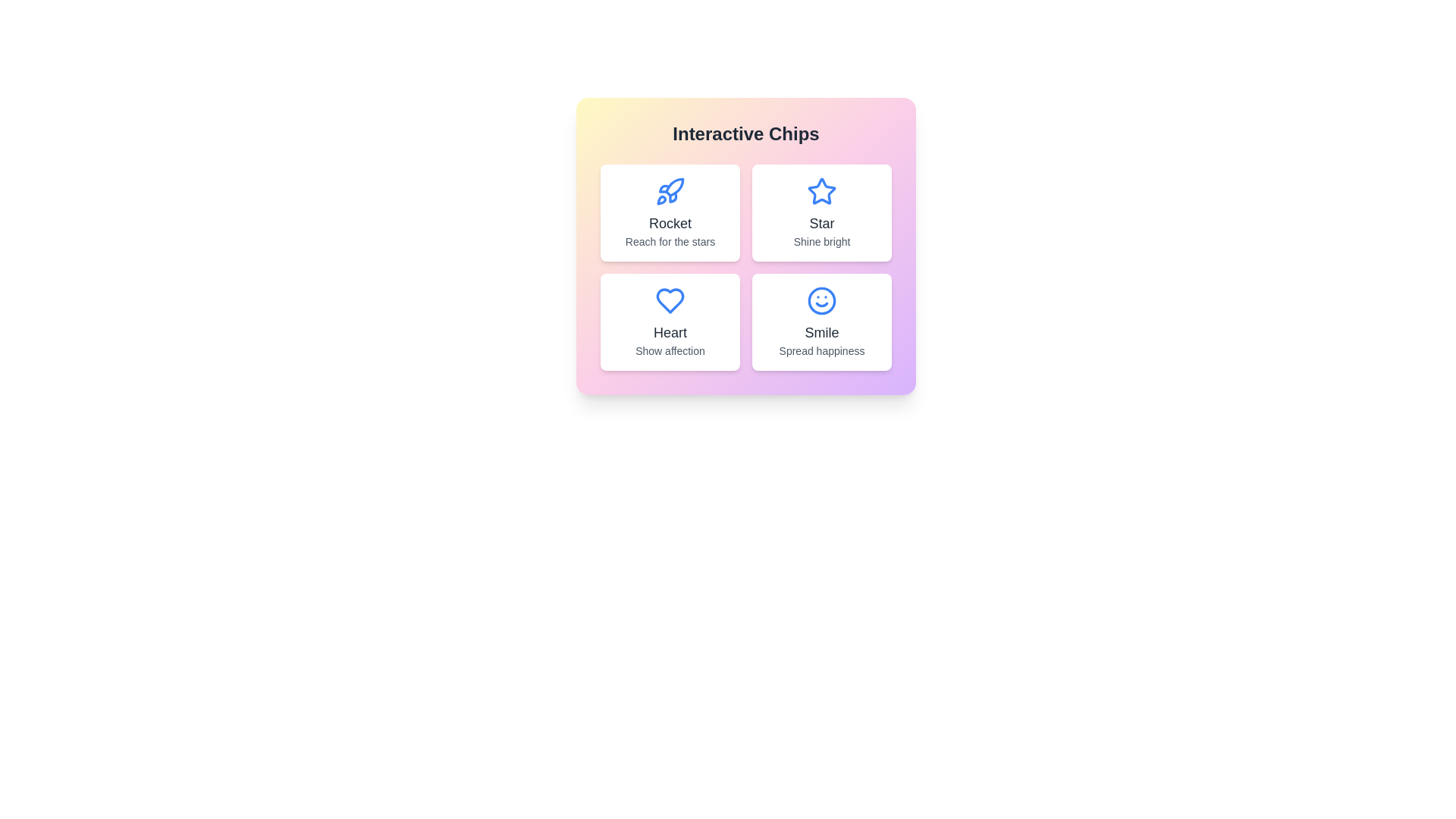 Image resolution: width=1456 pixels, height=819 pixels. Describe the element at coordinates (669, 321) in the screenshot. I see `the chip labeled Heart to interact with it` at that location.